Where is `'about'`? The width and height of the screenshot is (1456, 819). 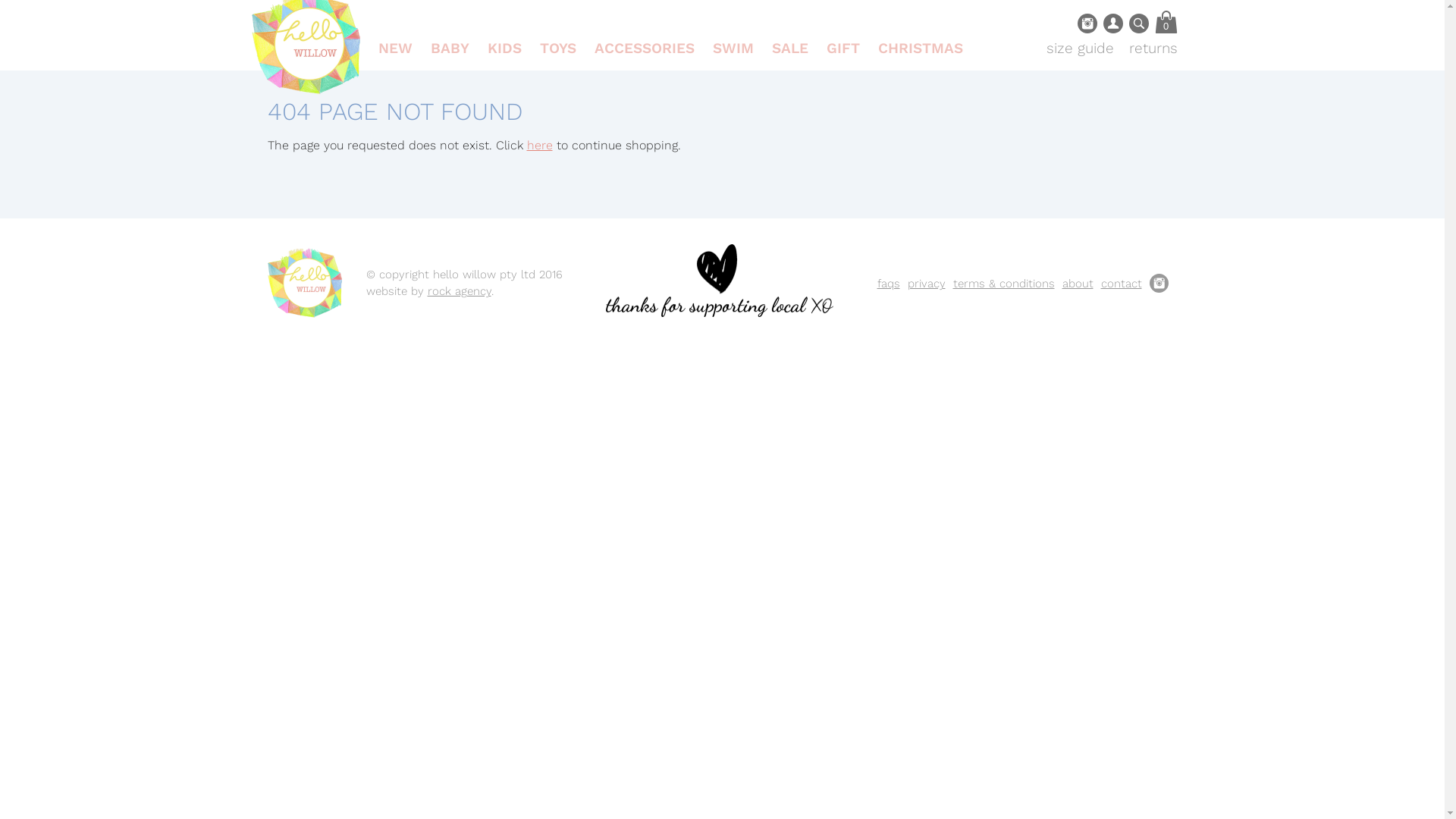
'about' is located at coordinates (1076, 284).